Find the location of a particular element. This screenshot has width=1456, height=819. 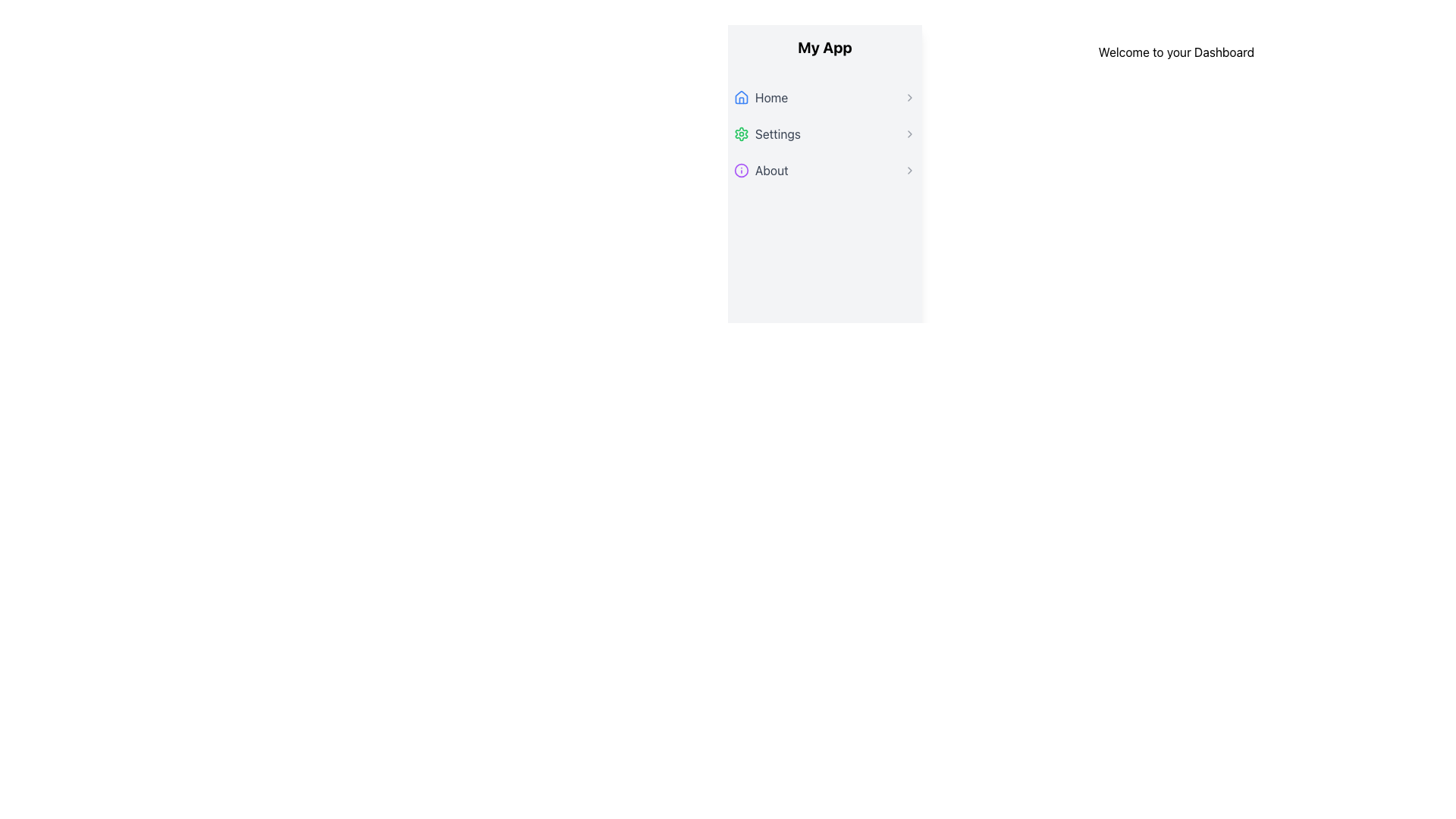

the green cogwheel-shaped icon located next to the 'Settings' text in the sidebar menu is located at coordinates (742, 133).